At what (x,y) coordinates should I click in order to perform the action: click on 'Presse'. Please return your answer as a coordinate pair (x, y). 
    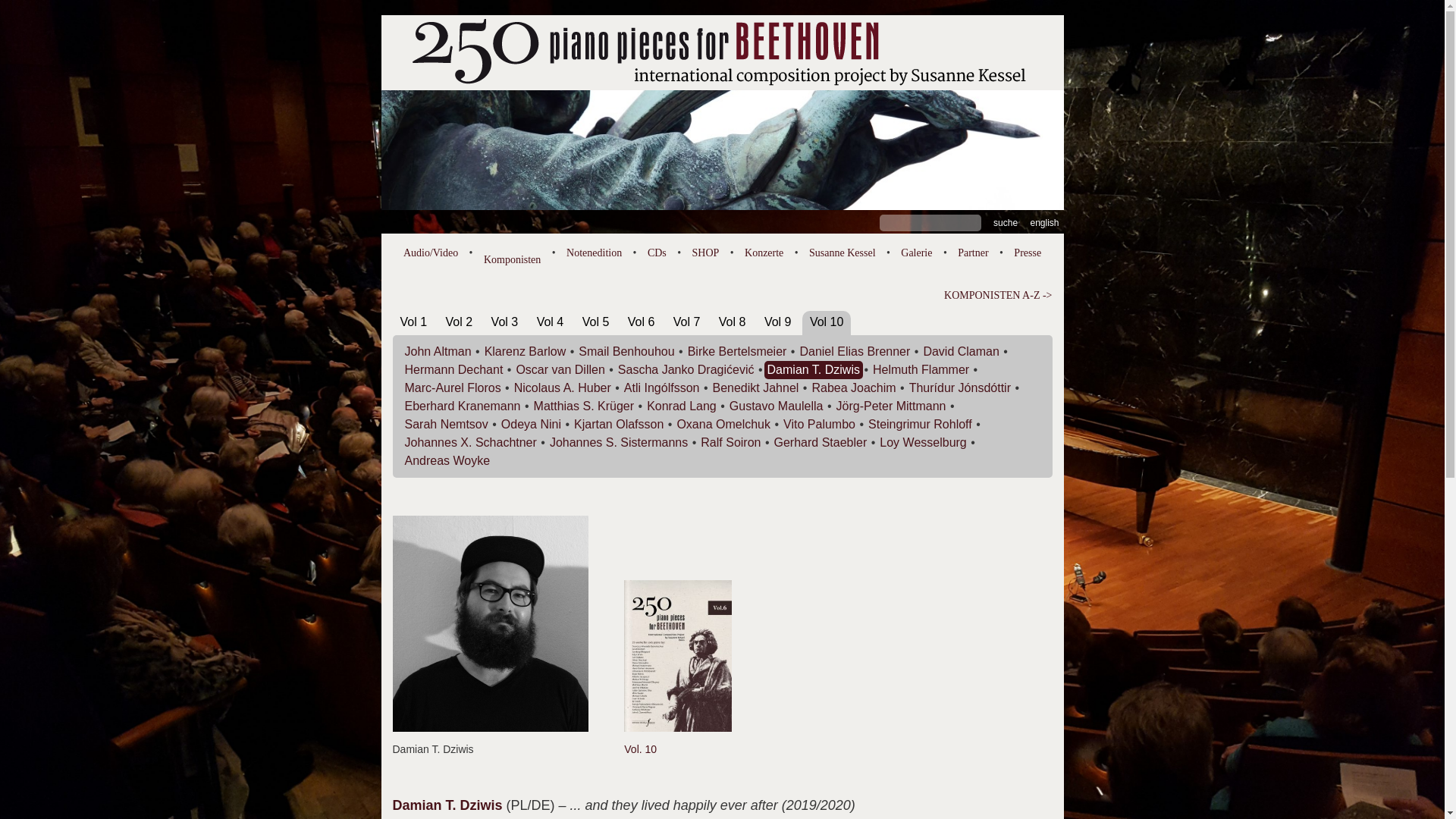
    Looking at the image, I should click on (1027, 252).